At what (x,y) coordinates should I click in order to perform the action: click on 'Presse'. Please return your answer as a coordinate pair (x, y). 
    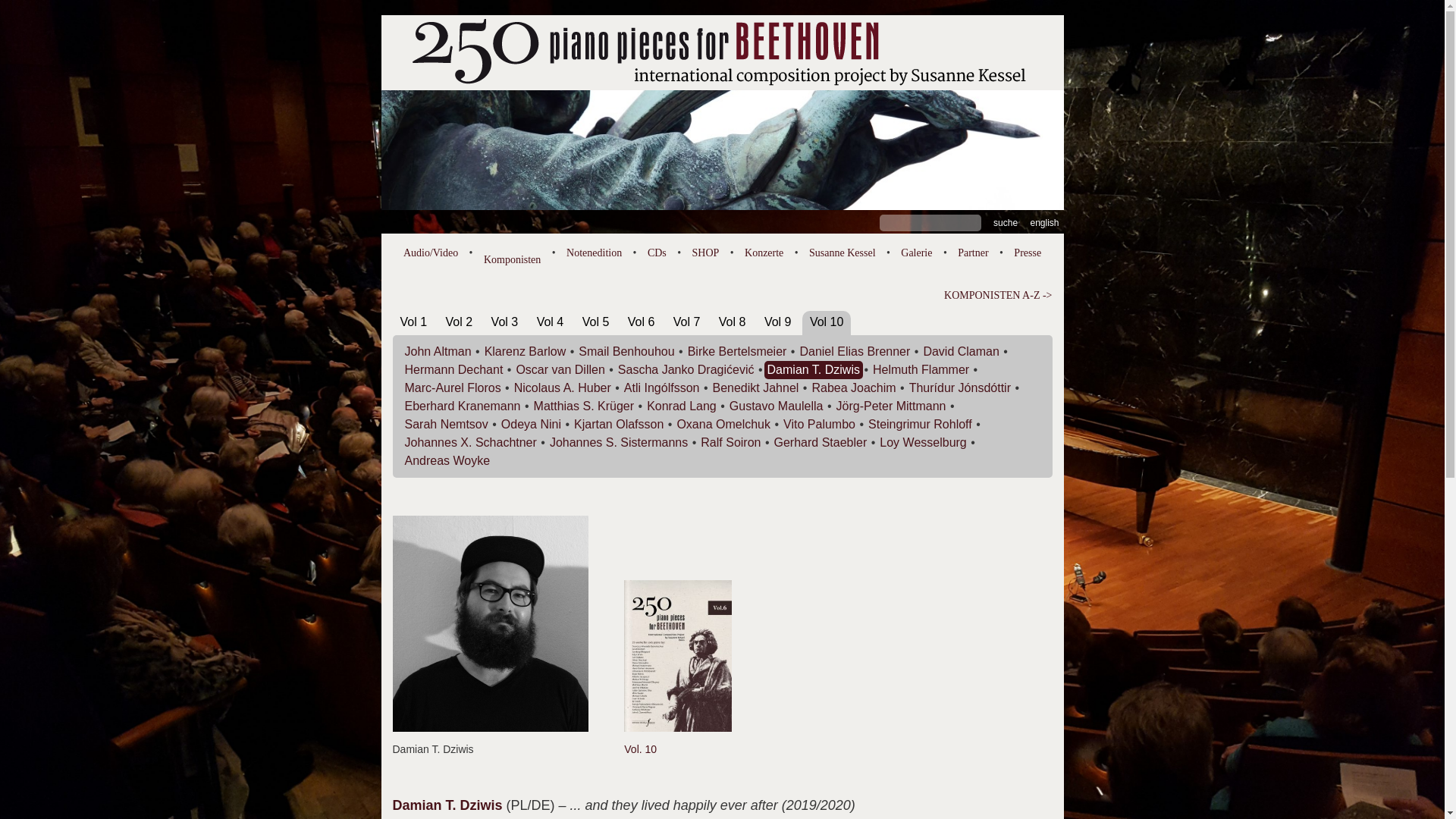
    Looking at the image, I should click on (1027, 252).